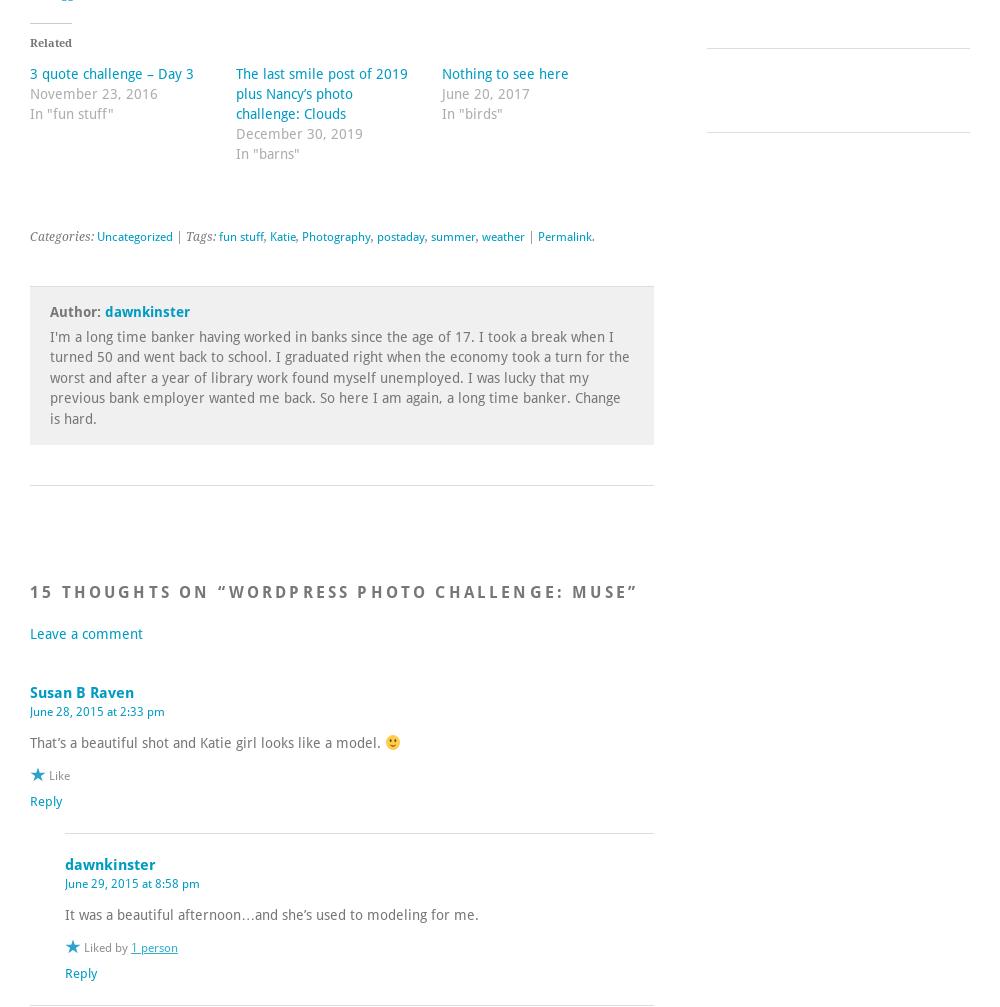 Image resolution: width=1000 pixels, height=1007 pixels. What do you see at coordinates (76, 311) in the screenshot?
I see `'Author:'` at bounding box center [76, 311].